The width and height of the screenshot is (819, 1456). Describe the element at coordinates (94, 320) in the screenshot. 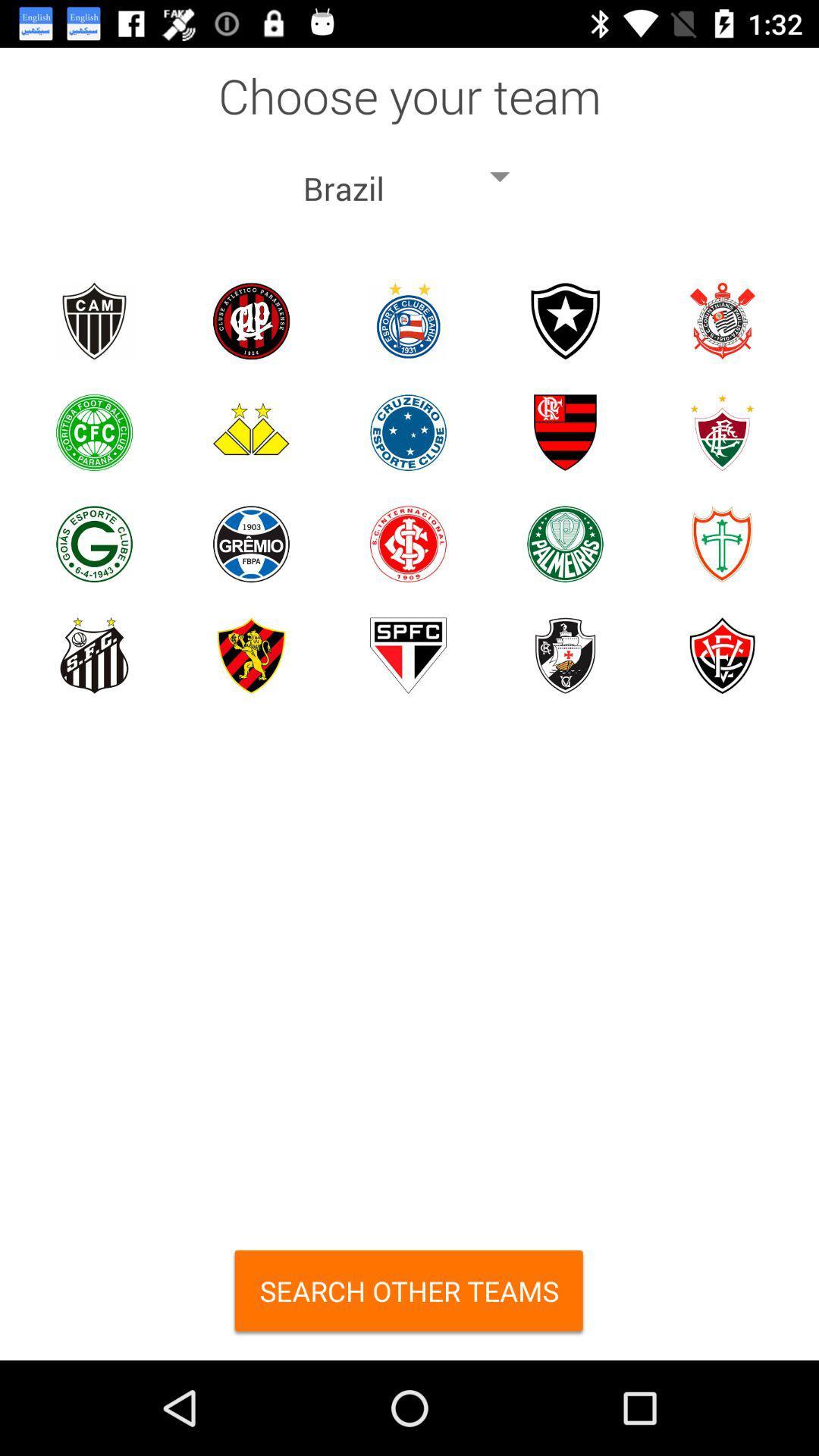

I see `choose team` at that location.